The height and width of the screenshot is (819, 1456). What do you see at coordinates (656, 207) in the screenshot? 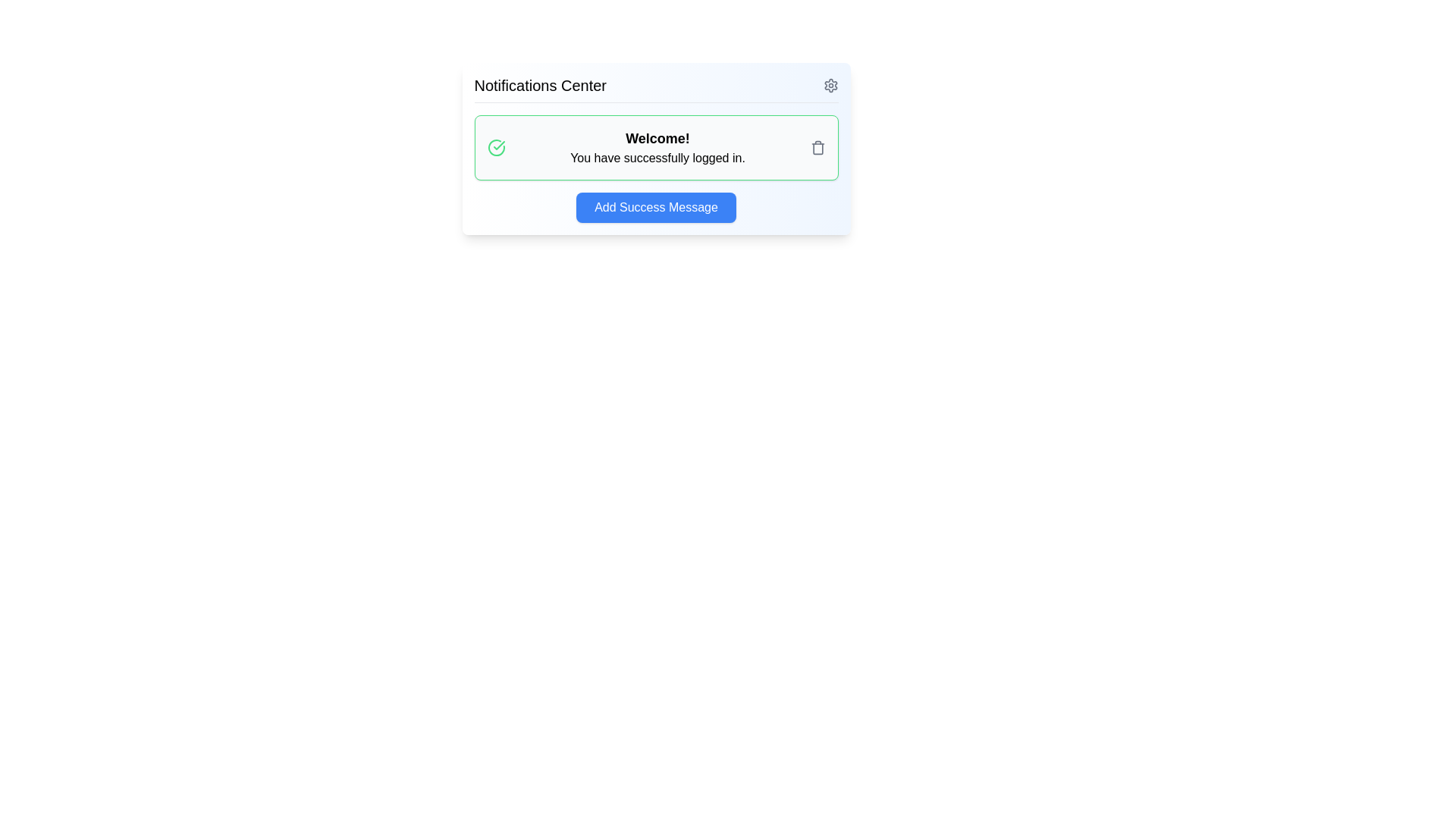
I see `the 'Add Success Message' button located at the bottom of the 'Notifications Center' card, directly beneath the message 'Welcome! You have successfully logged in.'` at bounding box center [656, 207].